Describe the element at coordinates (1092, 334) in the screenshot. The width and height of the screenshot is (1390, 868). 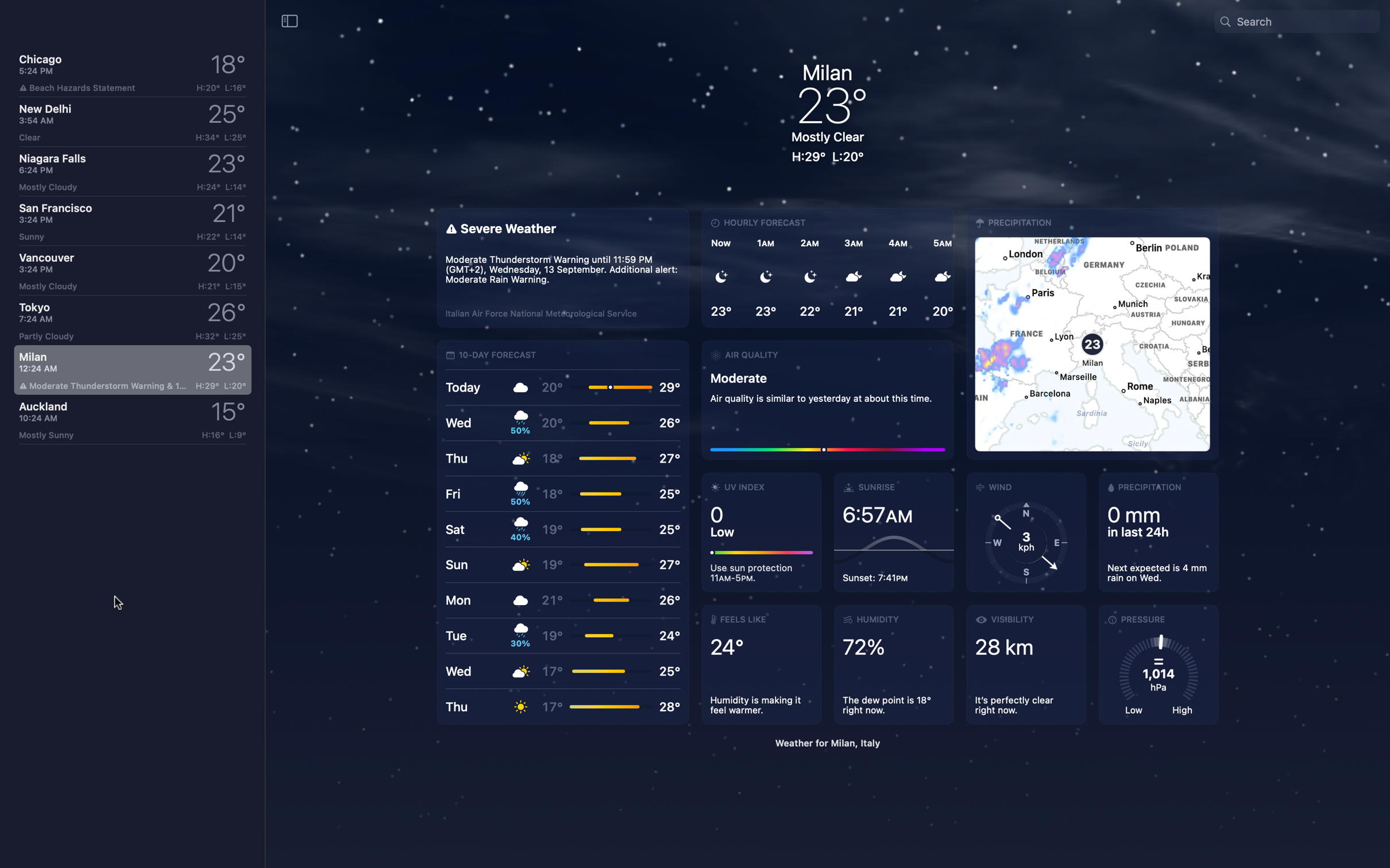
I see `Assess wind situation on map view` at that location.